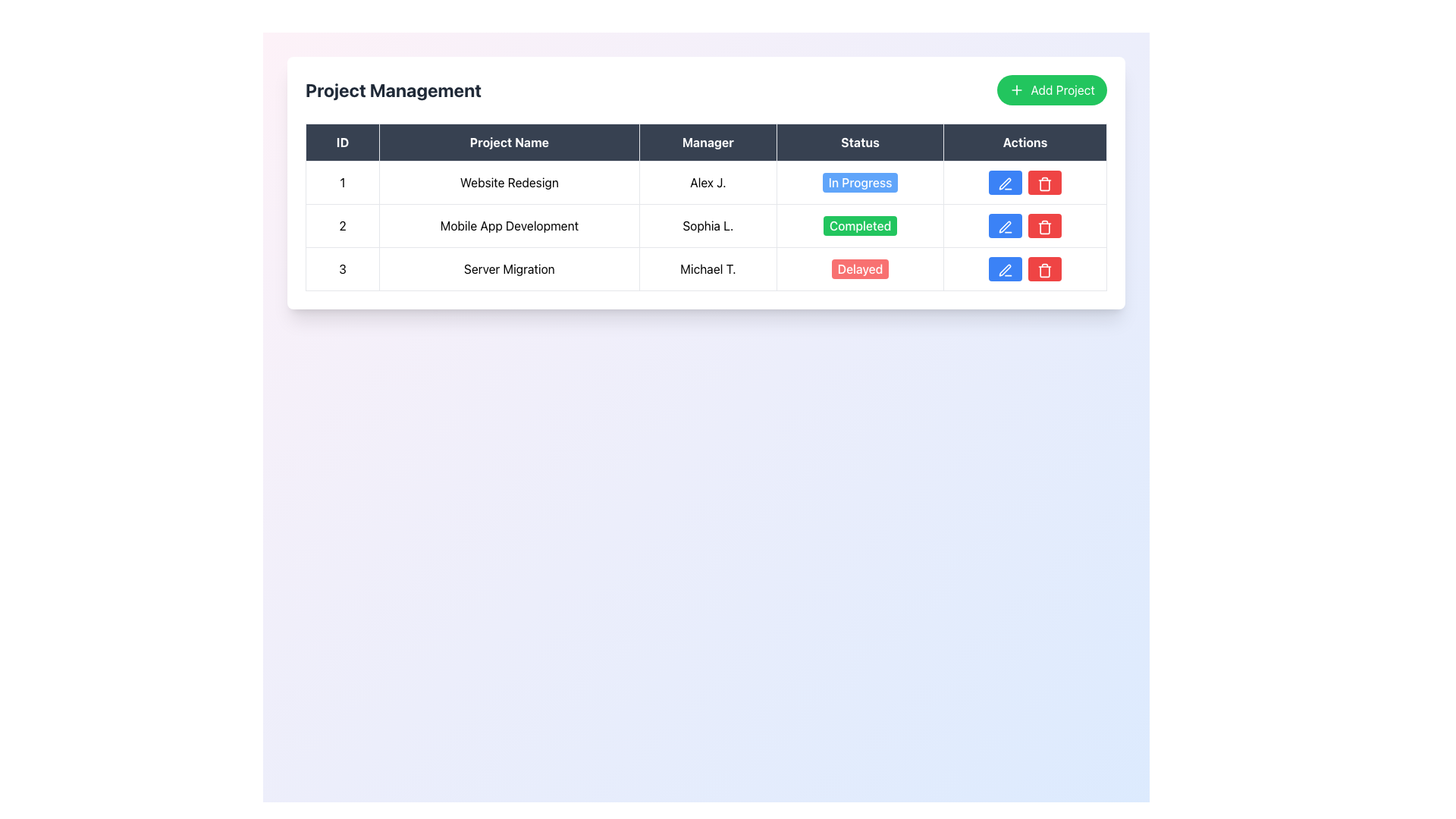 The width and height of the screenshot is (1456, 819). What do you see at coordinates (1005, 227) in the screenshot?
I see `the blue pen icon button in the 'Actions' column of the second row under the 'Mobile App Development' project` at bounding box center [1005, 227].